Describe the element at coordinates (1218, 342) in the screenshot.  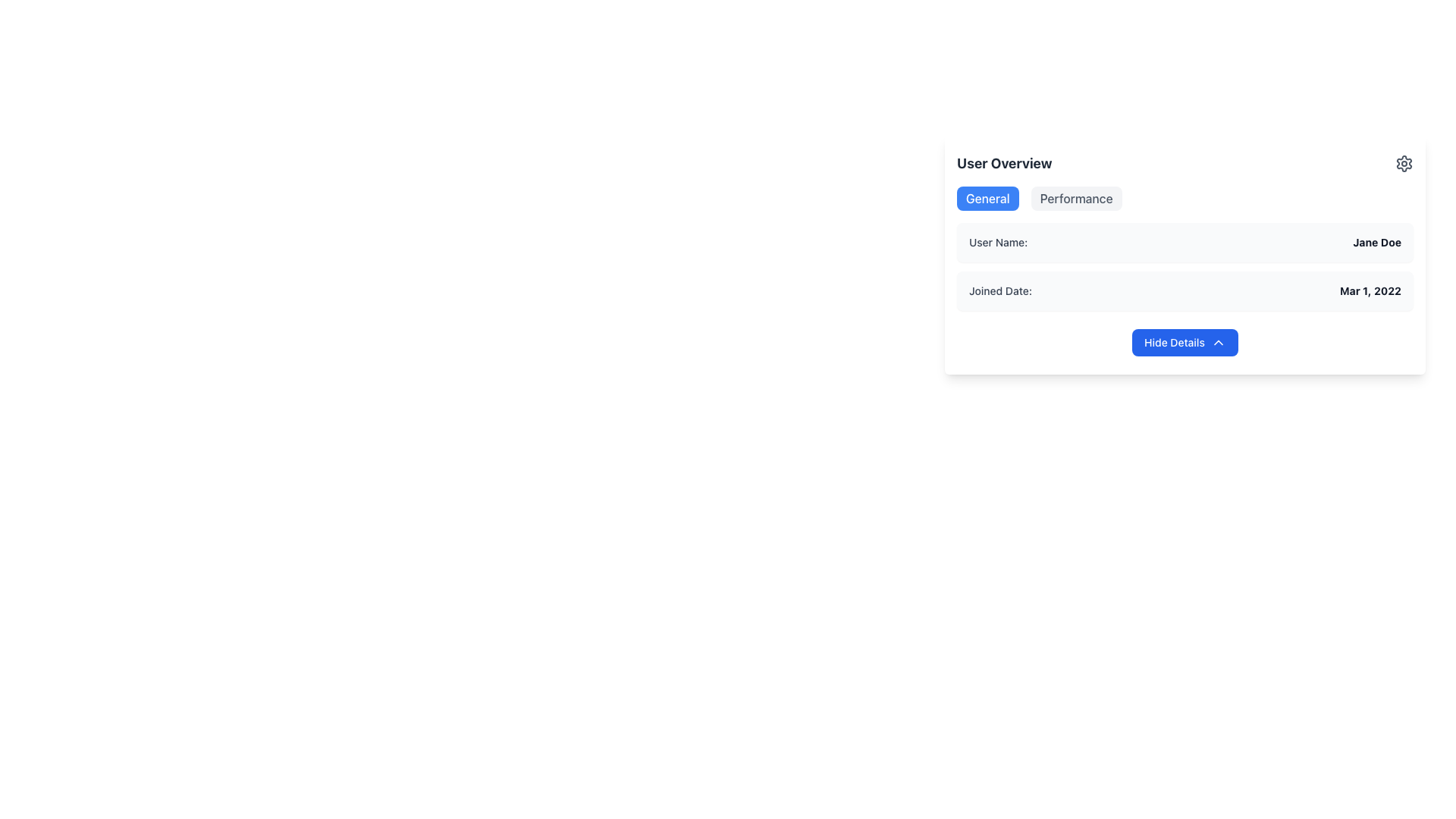
I see `the collapse functionality icon located at the right end of the 'Hide Details' button on the 'User Overview' card` at that location.